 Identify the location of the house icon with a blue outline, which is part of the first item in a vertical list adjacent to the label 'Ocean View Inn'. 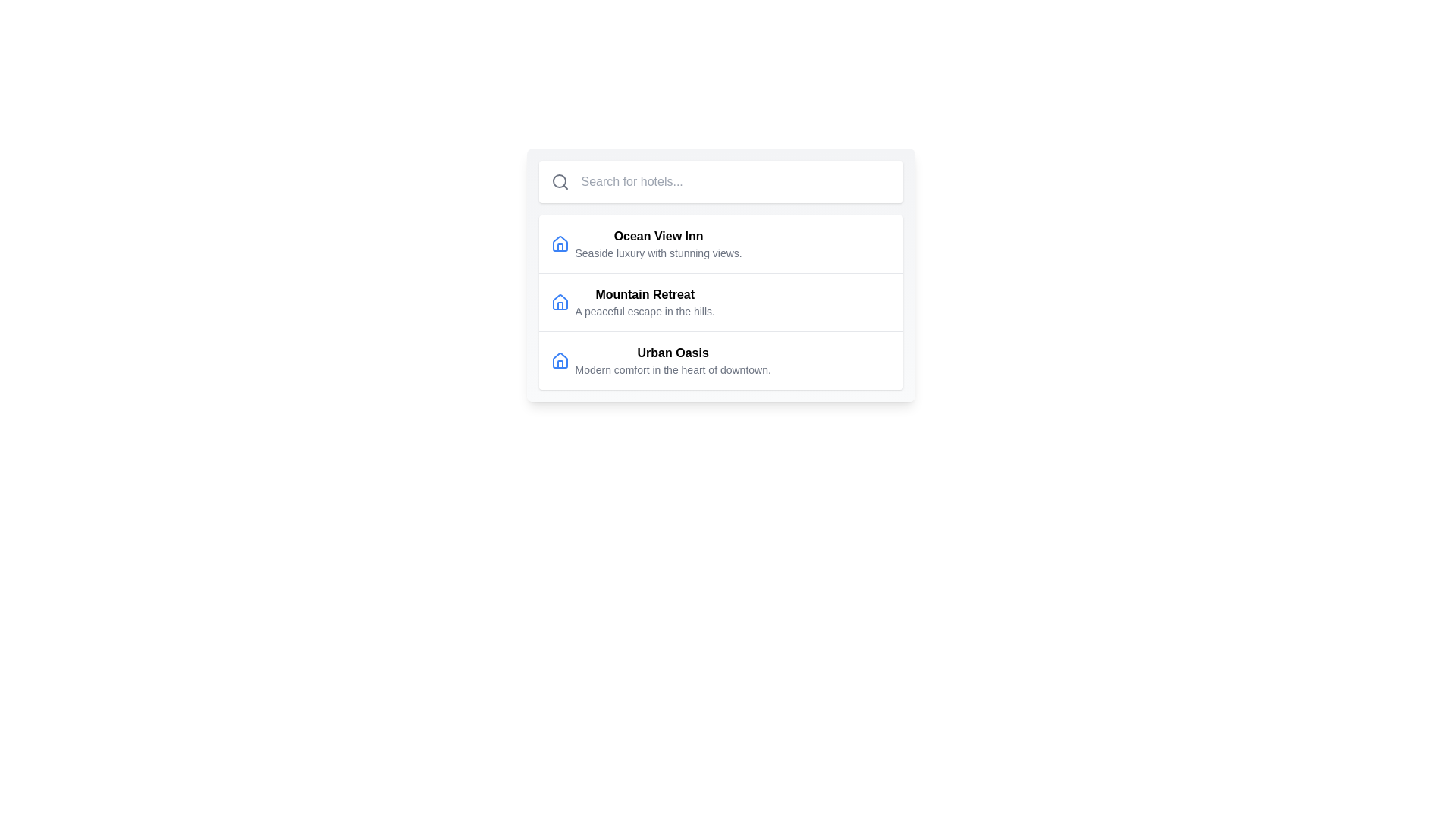
(559, 243).